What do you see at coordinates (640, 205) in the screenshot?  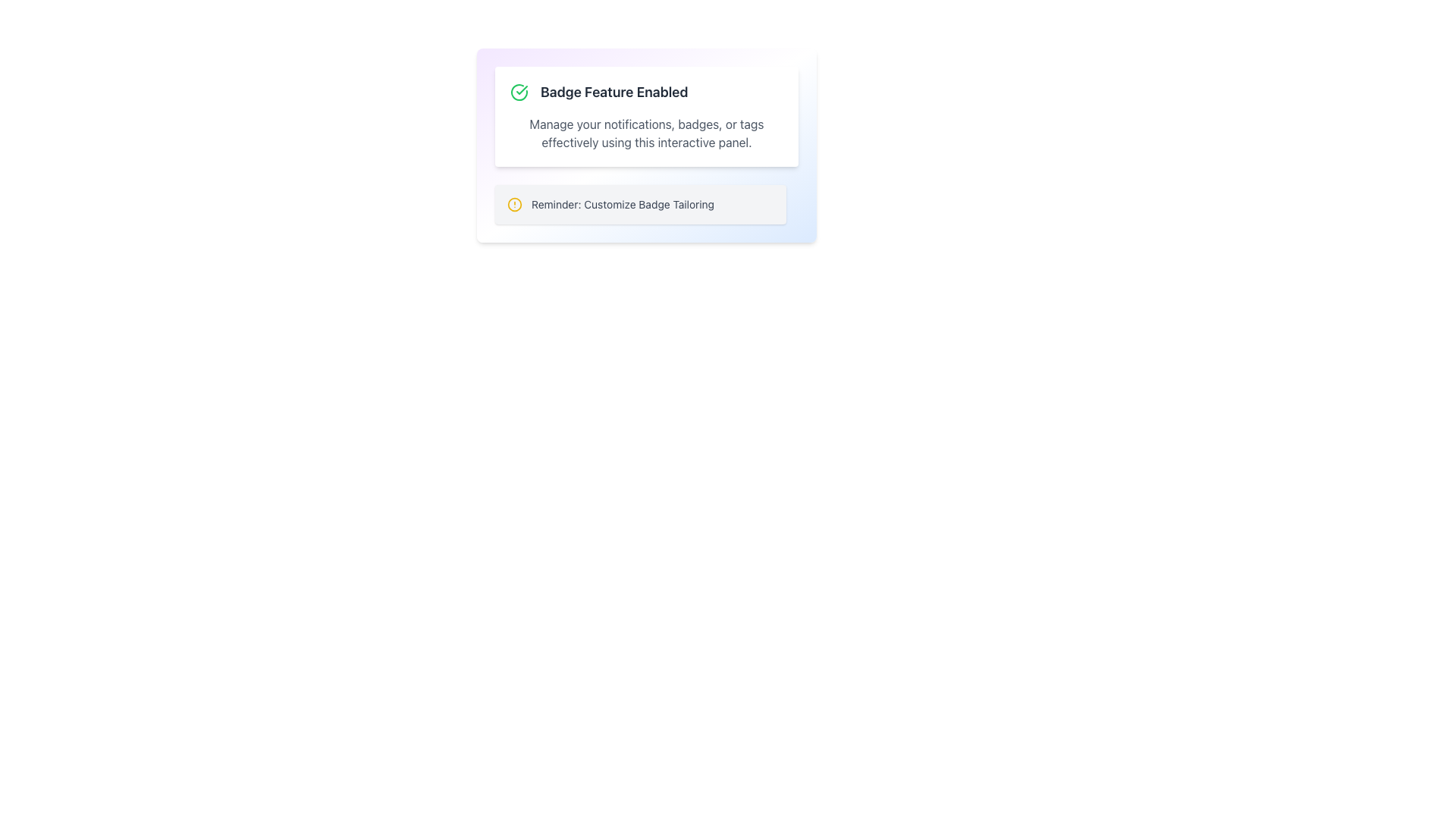 I see `the 'Reminder: Customize Badge Tailoring' text element, which is a horizontal layout containing a warning icon and a gray text string, centrally aligned below the heading 'Badge Feature Enabled'` at bounding box center [640, 205].